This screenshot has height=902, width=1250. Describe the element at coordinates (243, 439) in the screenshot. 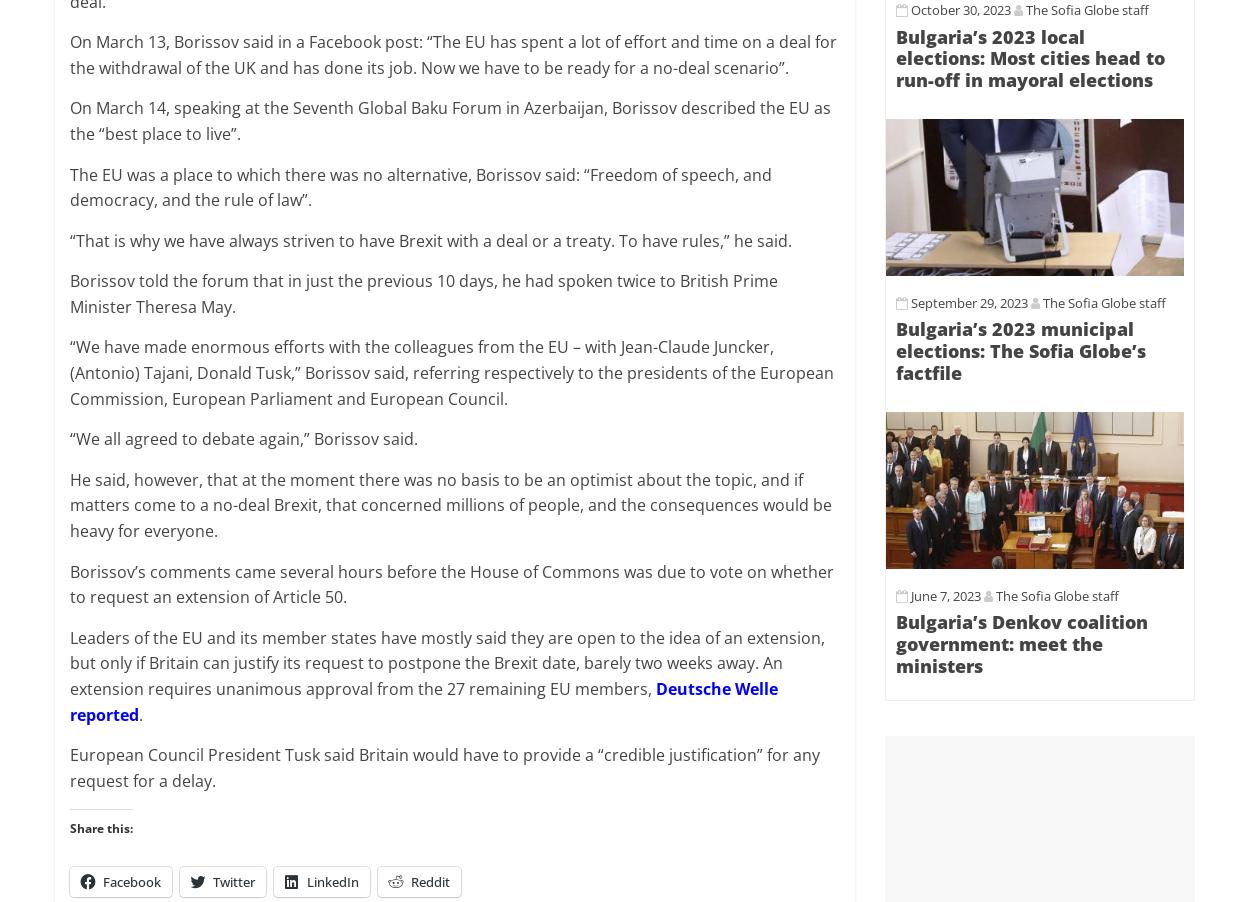

I see `'“We all agreed to debate again,” Borissov said.'` at that location.